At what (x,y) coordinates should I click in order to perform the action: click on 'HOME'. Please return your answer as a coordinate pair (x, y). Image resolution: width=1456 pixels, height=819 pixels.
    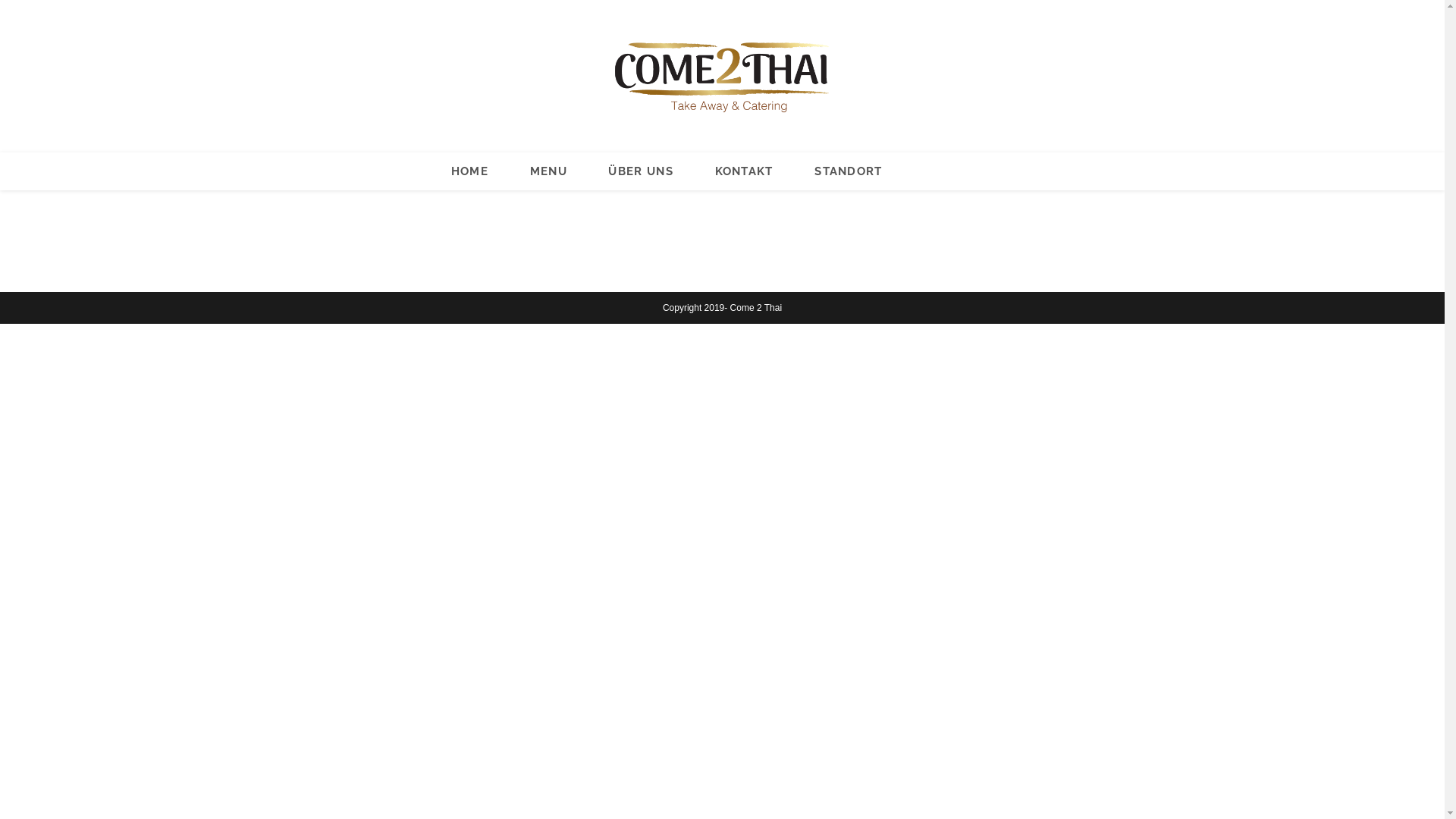
    Looking at the image, I should click on (469, 171).